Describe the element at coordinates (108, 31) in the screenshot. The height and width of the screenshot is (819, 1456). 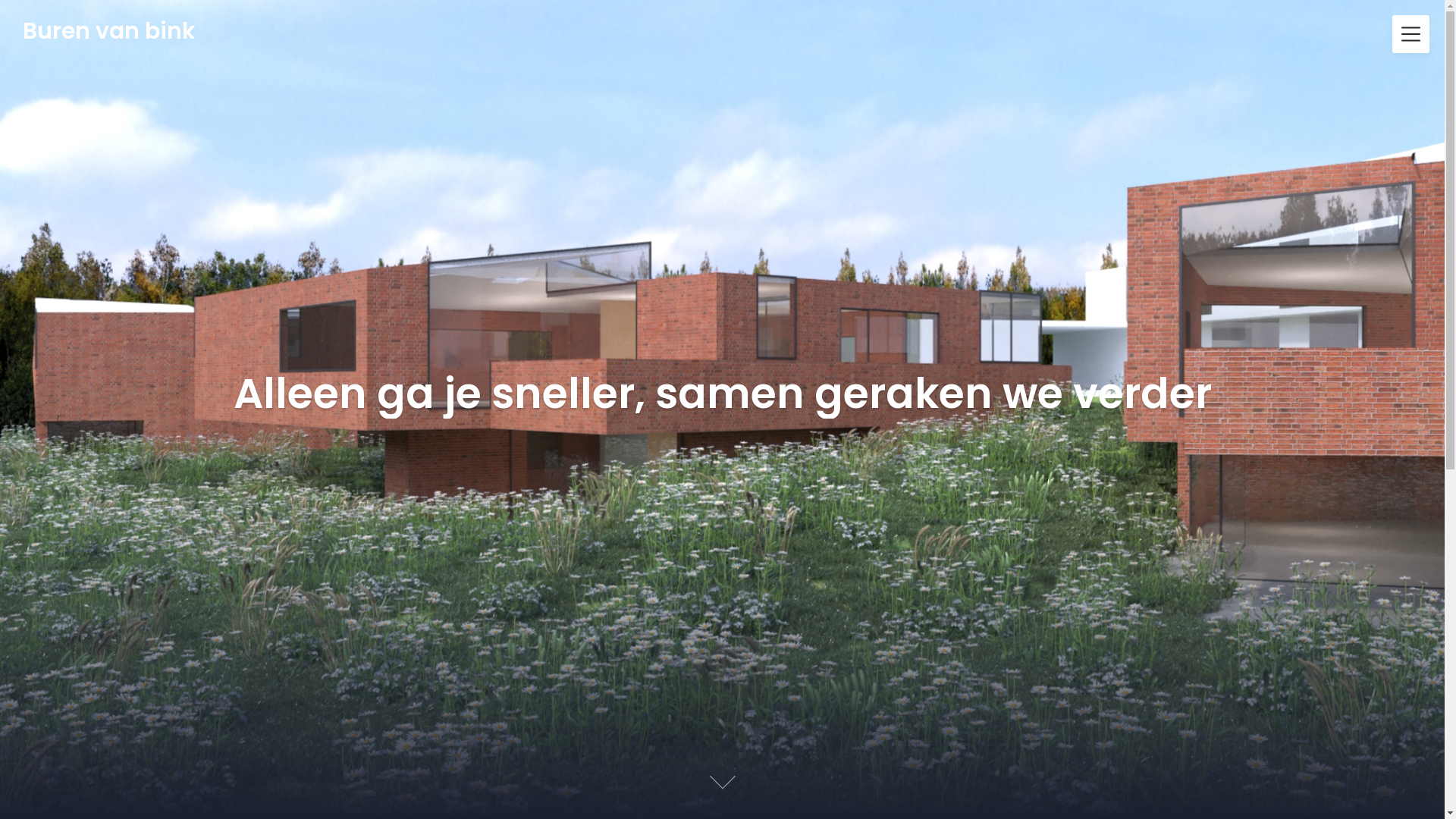
I see `'Buren van bink'` at that location.